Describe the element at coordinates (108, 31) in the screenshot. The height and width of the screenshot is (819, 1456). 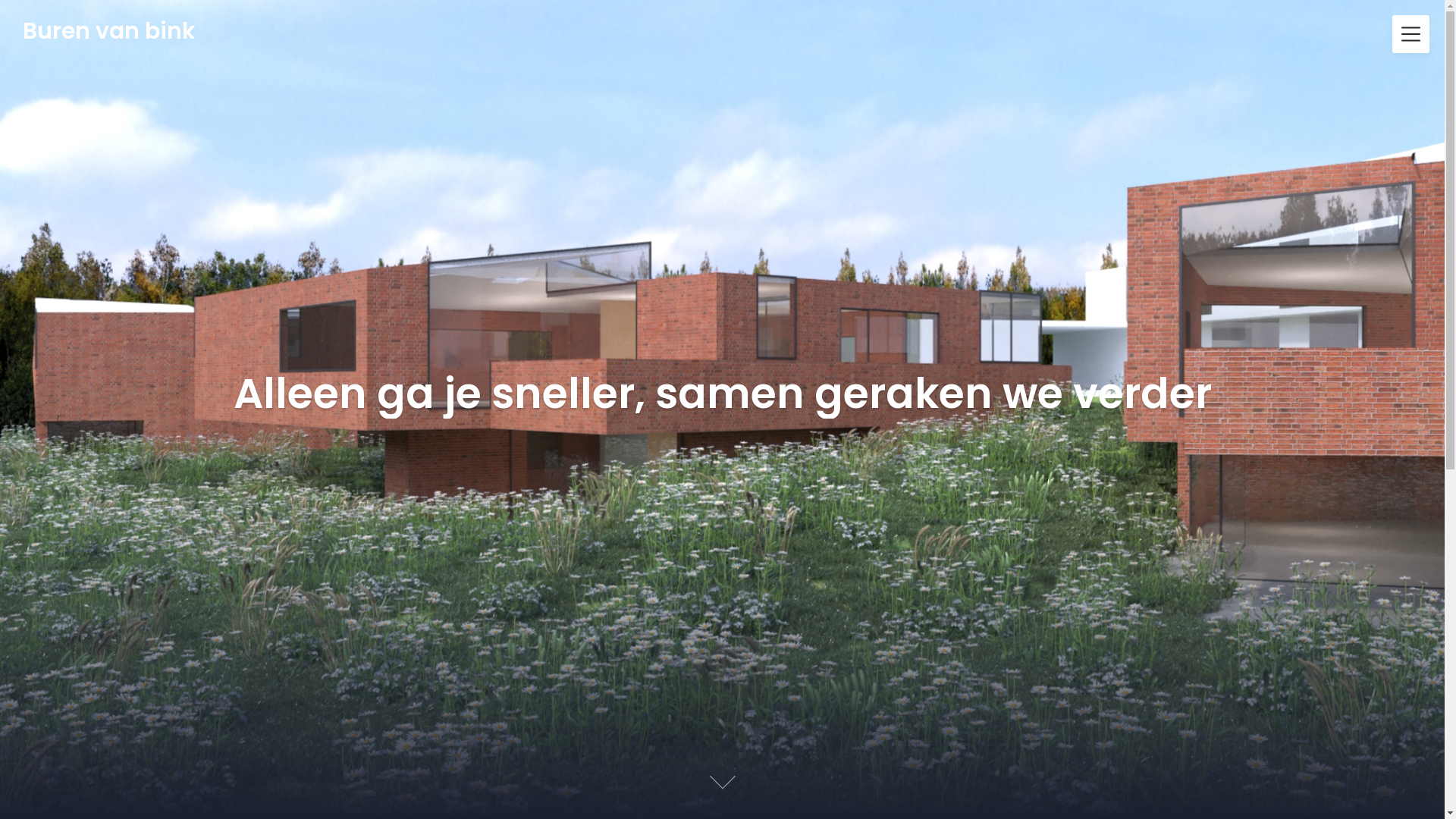
I see `'Buren van bink'` at that location.